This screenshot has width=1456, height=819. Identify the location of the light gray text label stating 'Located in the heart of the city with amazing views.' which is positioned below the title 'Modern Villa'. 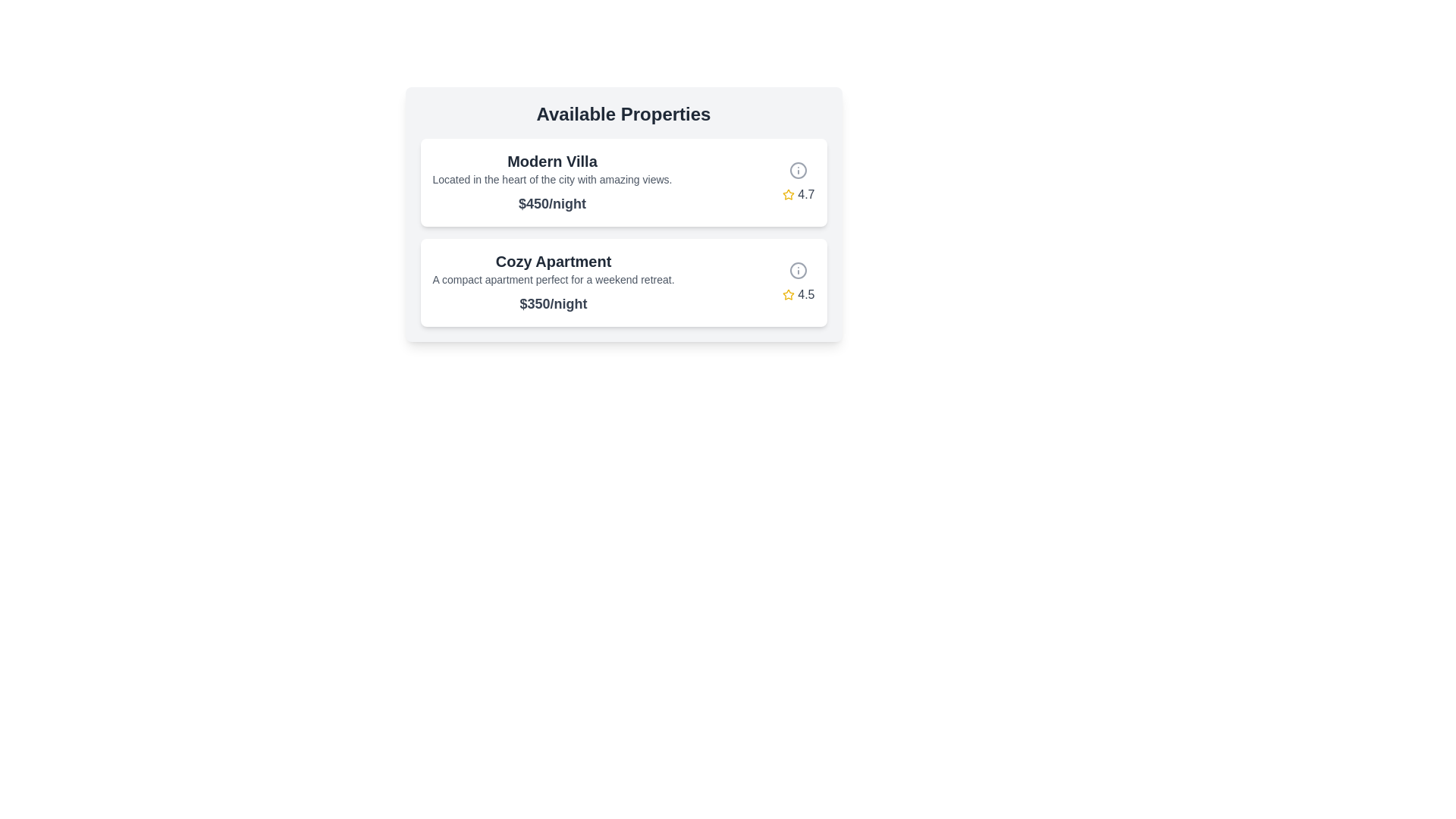
(551, 178).